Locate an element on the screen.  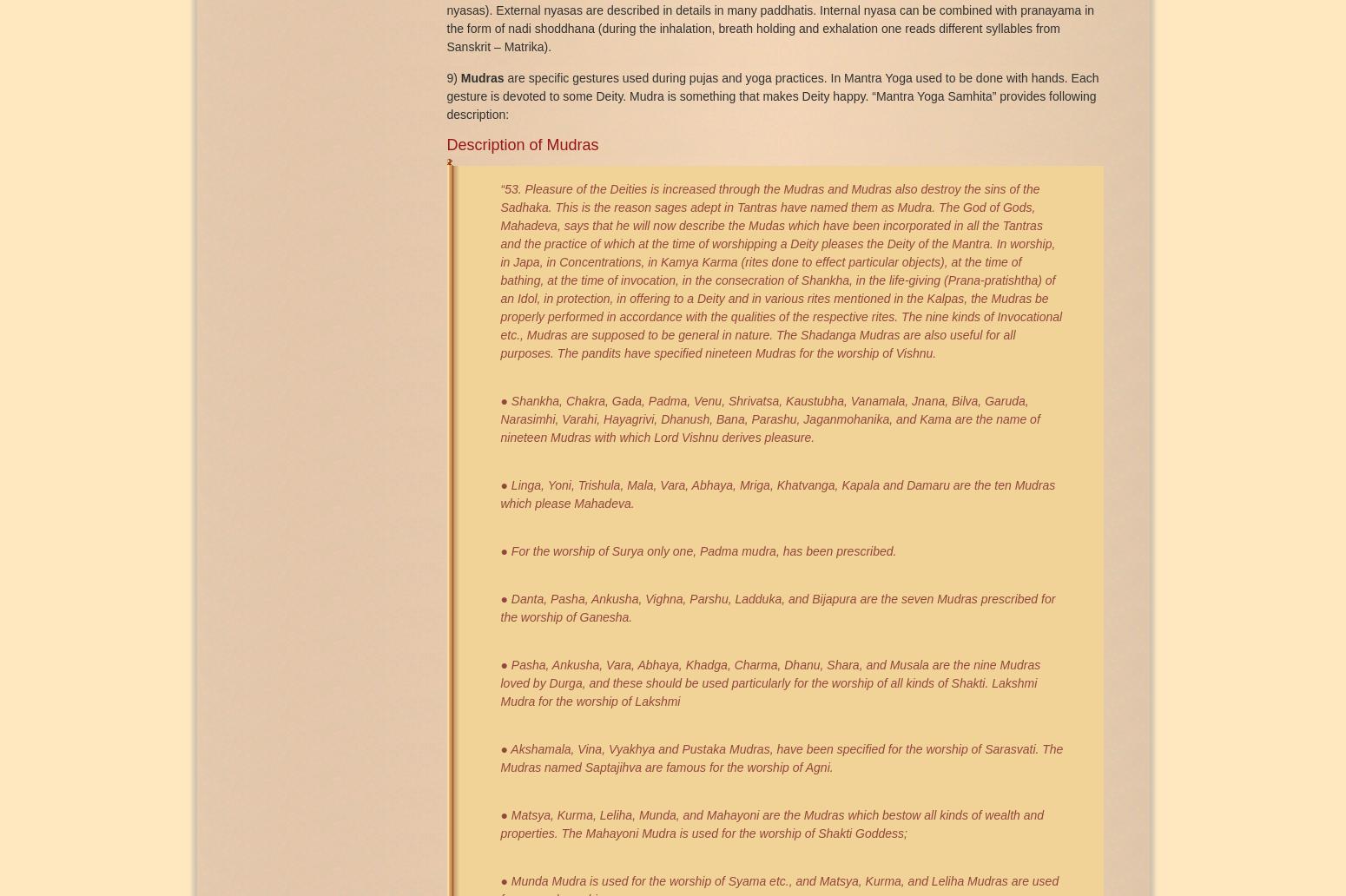
'● Linga, Yoni, Trishula, Mala, Vara, Abhaya, Mriga, Khatvanga, Kapala and Damaru are the ten Mudras which please Mahadeva.' is located at coordinates (777, 493).